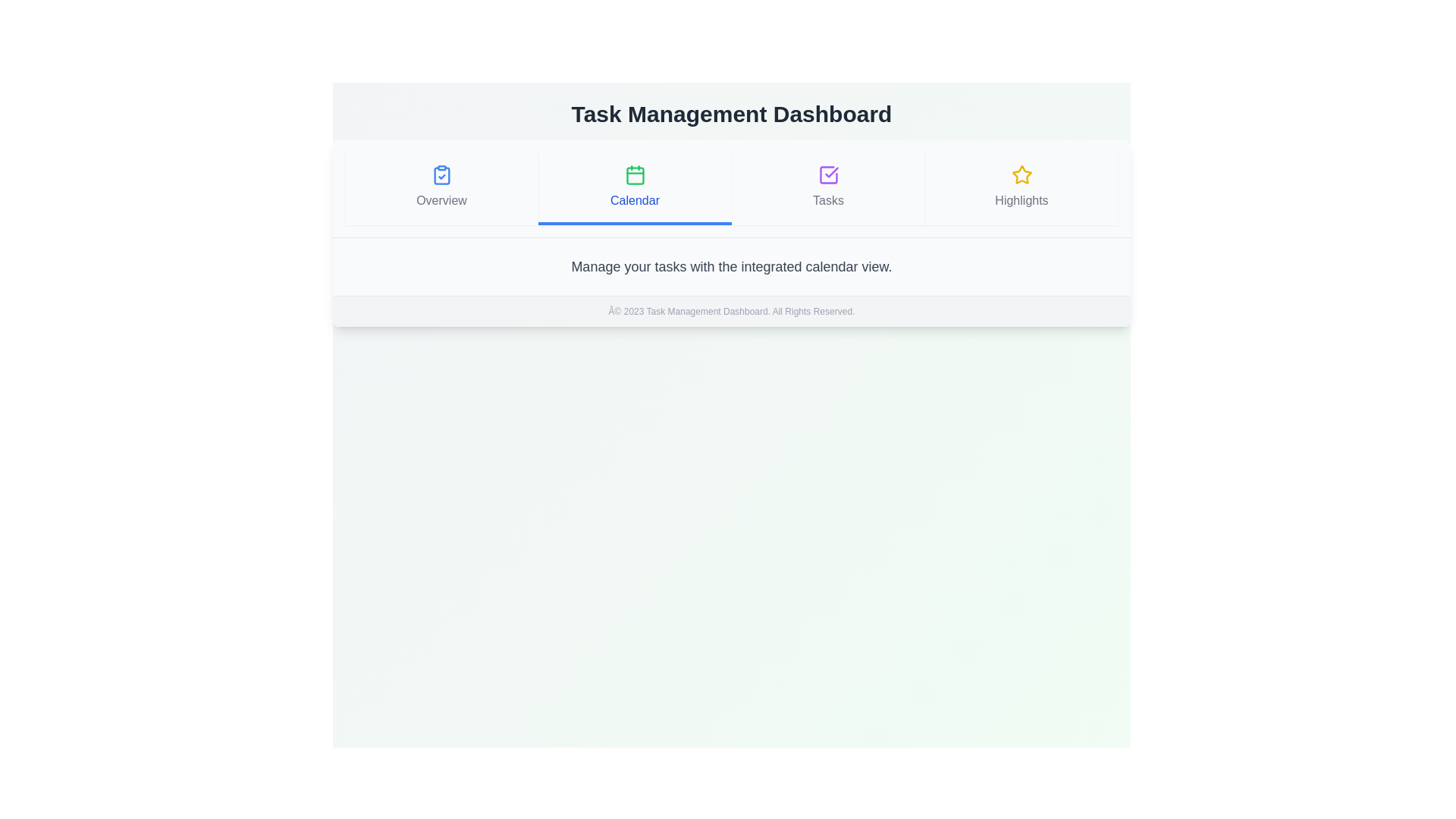 This screenshot has height=819, width=1456. I want to click on the clipboard icon with a checkmark in the 'Overview' section, so click(441, 174).